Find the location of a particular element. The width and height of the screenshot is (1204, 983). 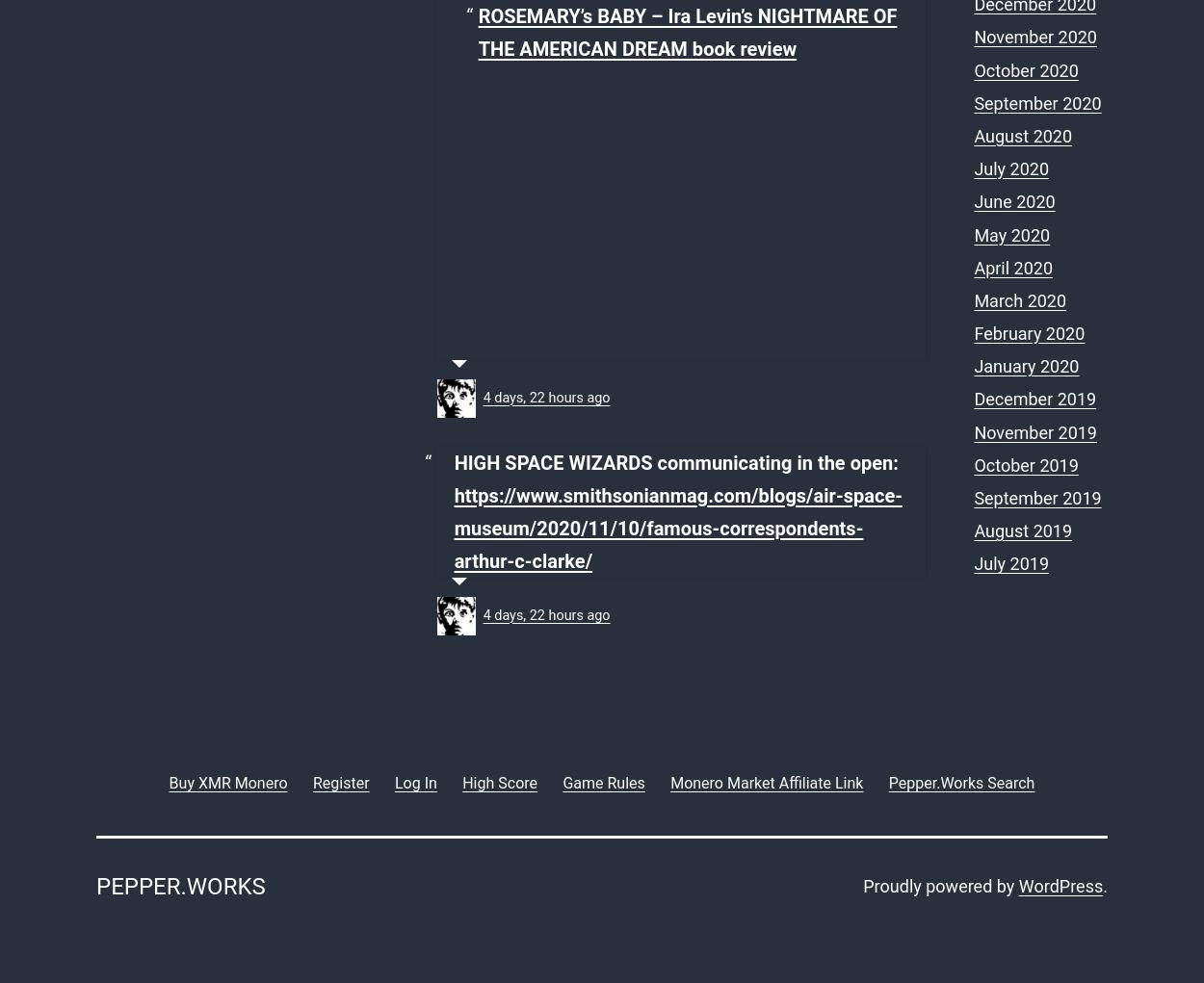

'March 2020' is located at coordinates (1020, 299).